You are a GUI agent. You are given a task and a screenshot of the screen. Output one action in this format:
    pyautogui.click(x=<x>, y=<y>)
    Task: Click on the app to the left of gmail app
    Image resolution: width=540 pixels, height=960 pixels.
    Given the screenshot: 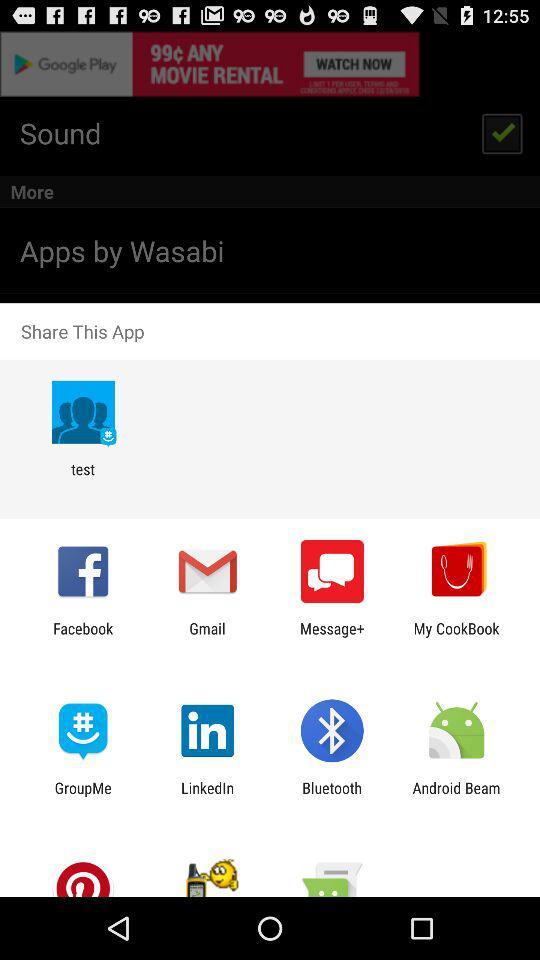 What is the action you would take?
    pyautogui.click(x=82, y=636)
    